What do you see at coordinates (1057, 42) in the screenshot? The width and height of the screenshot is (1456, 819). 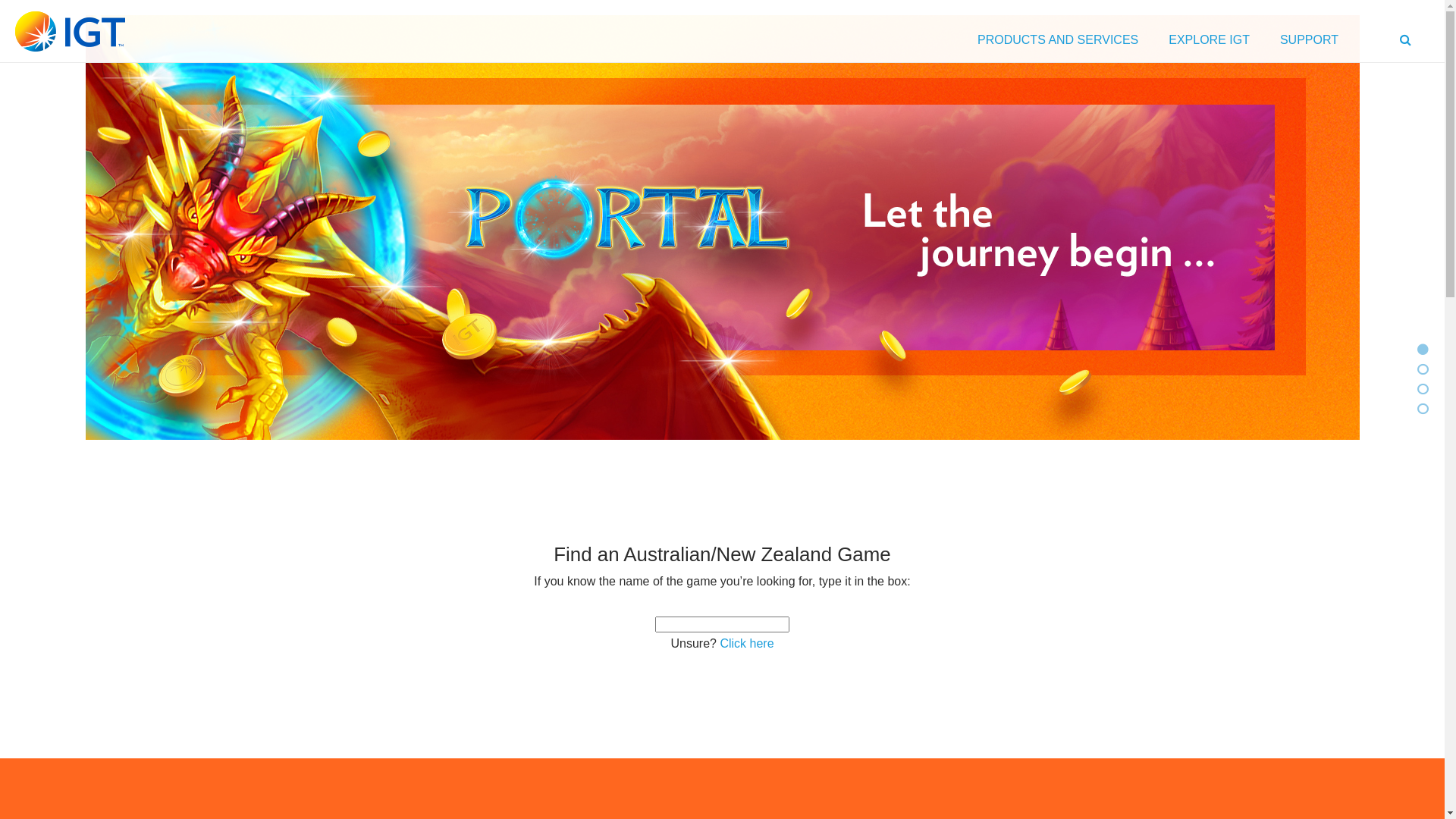 I see `'PRODUCTS AND SERVICES'` at bounding box center [1057, 42].